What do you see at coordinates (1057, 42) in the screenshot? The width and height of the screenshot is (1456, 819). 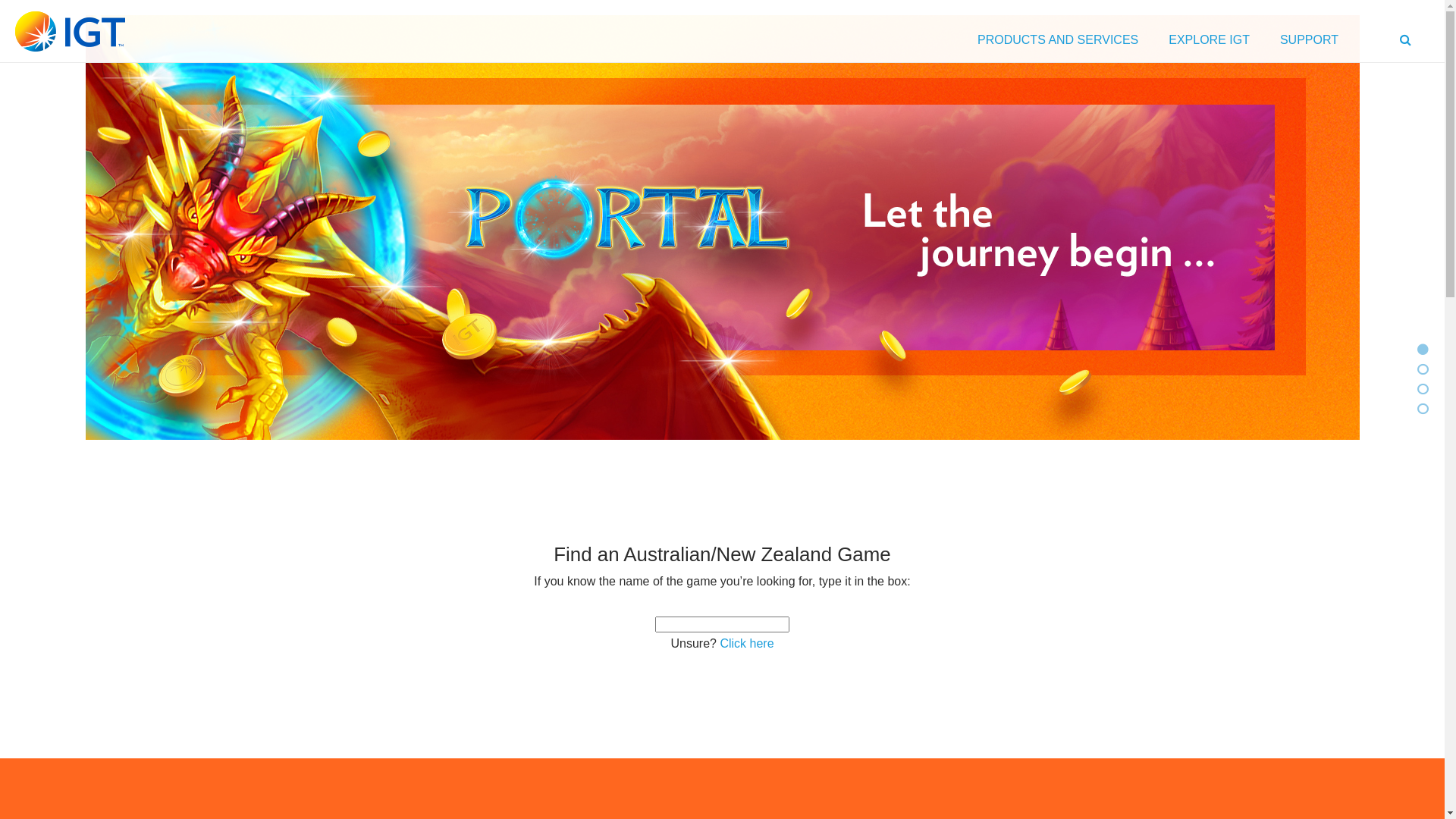 I see `'PRODUCTS AND SERVICES'` at bounding box center [1057, 42].